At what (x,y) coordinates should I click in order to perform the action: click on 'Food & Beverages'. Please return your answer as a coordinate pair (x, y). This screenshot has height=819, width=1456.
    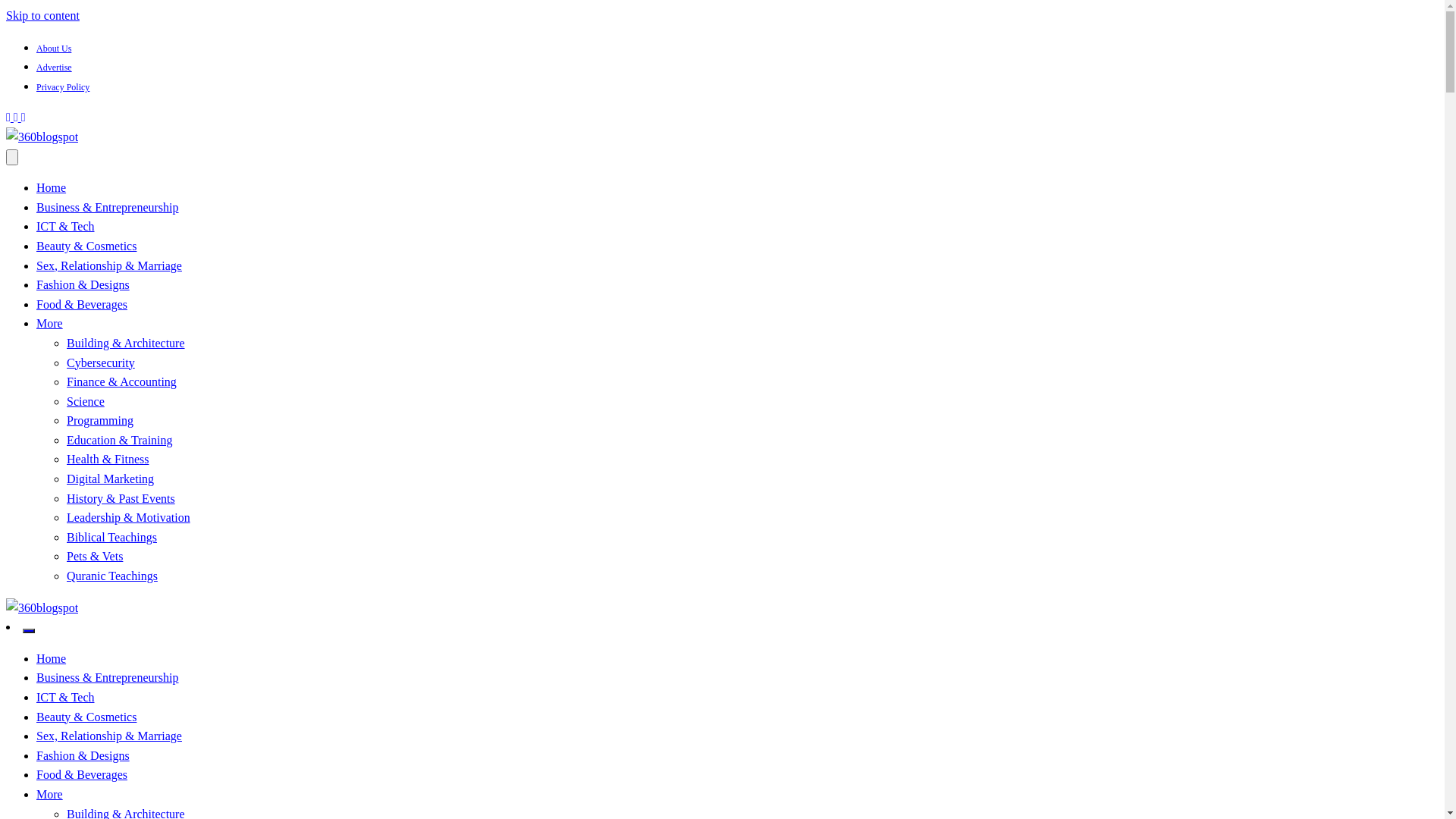
    Looking at the image, I should click on (80, 304).